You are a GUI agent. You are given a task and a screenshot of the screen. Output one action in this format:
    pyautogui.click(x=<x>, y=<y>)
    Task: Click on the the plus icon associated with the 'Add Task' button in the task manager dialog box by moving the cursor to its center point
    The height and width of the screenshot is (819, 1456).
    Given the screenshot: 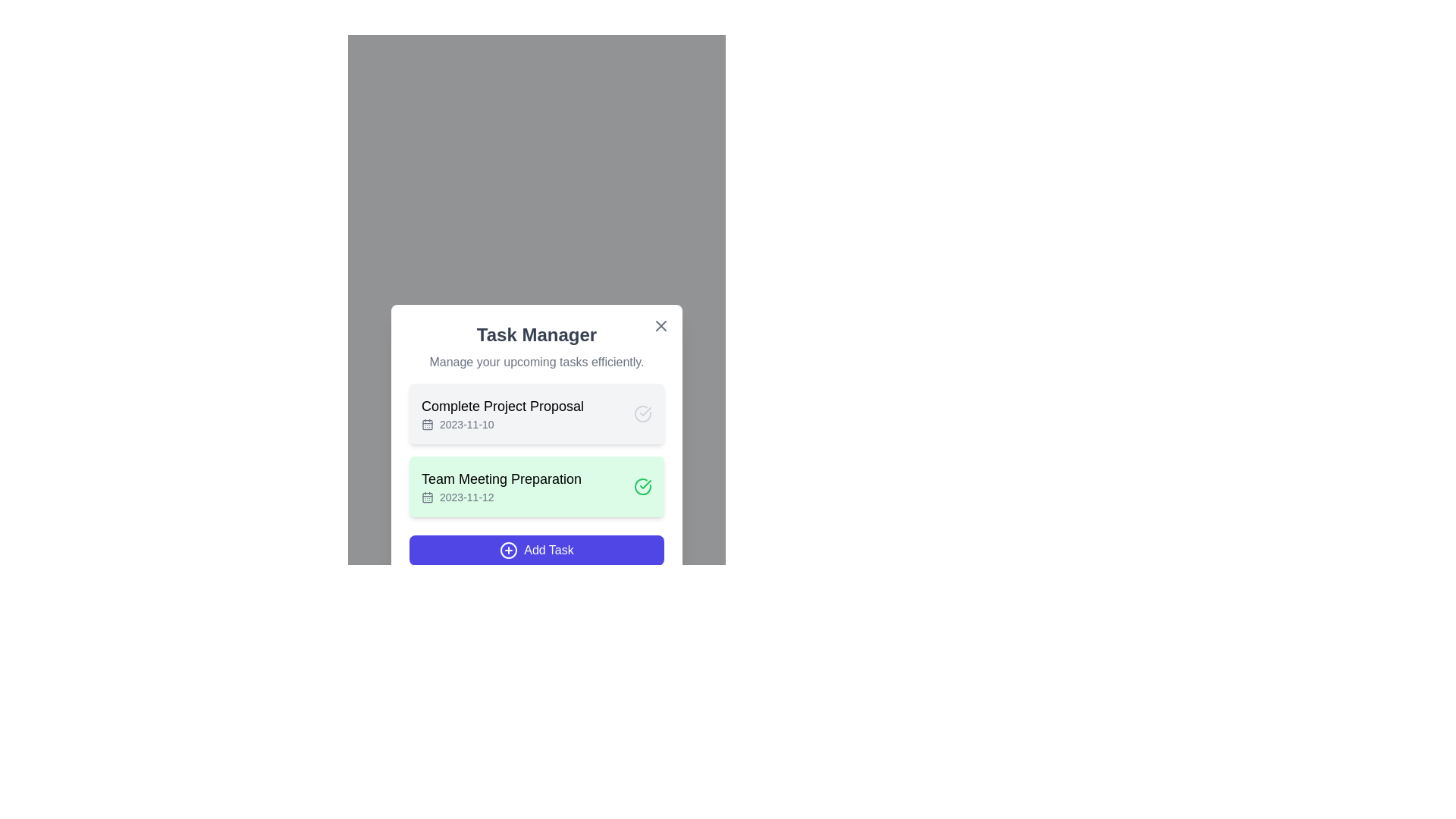 What is the action you would take?
    pyautogui.click(x=509, y=550)
    